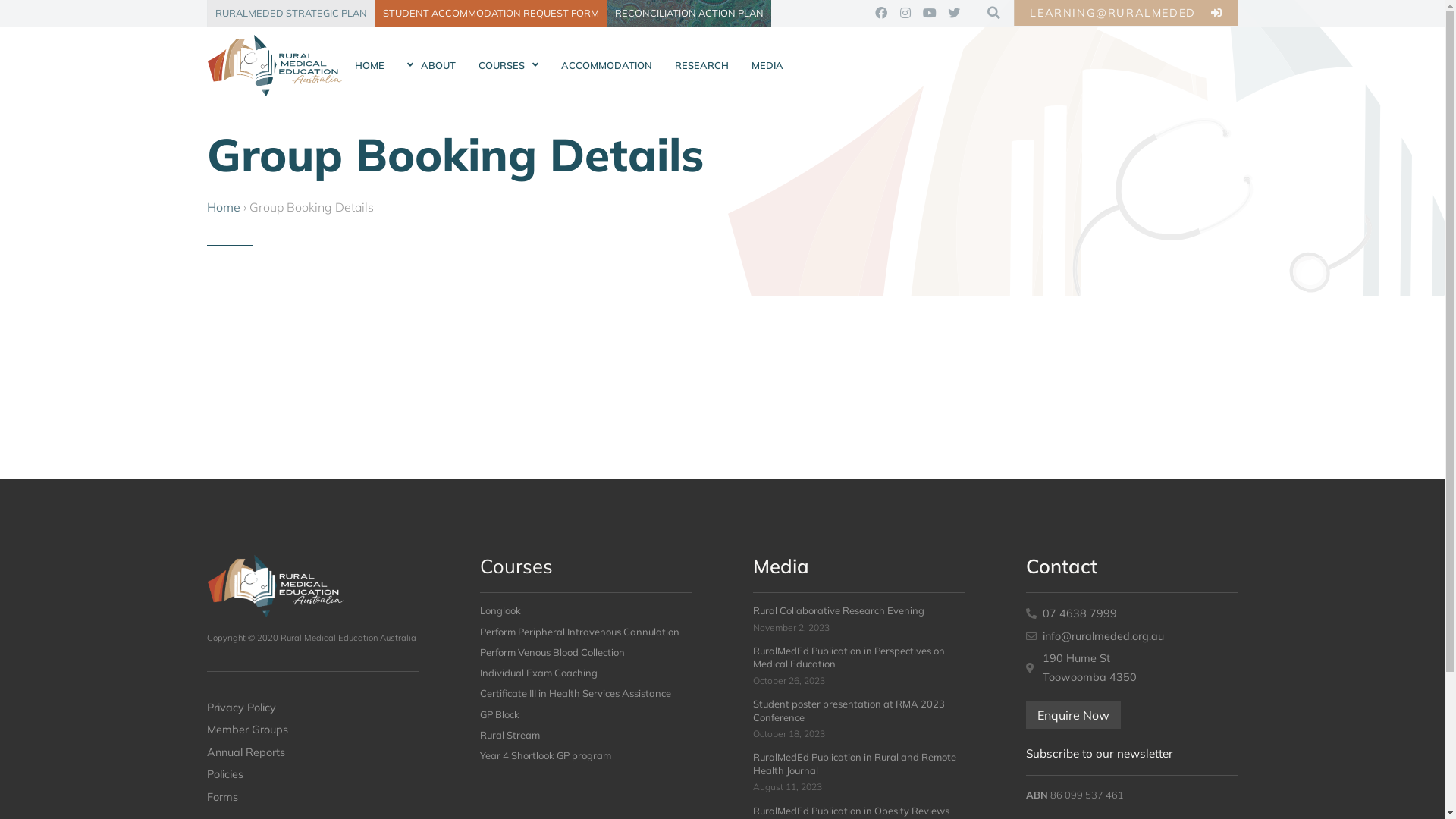 This screenshot has height=819, width=1456. I want to click on '190 Hume St, so click(1025, 667).